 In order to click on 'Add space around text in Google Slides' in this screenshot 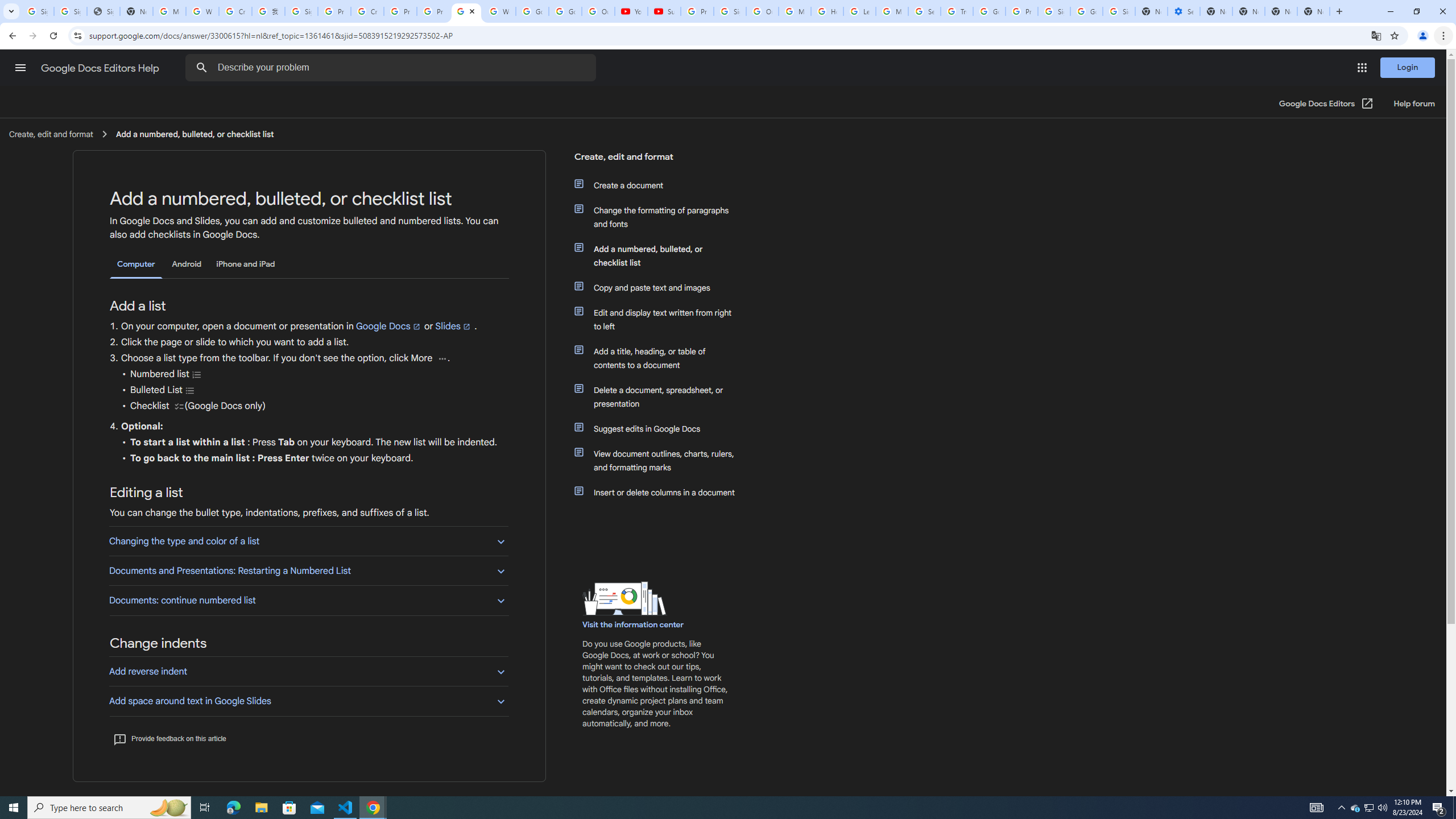, I will do `click(308, 701)`.